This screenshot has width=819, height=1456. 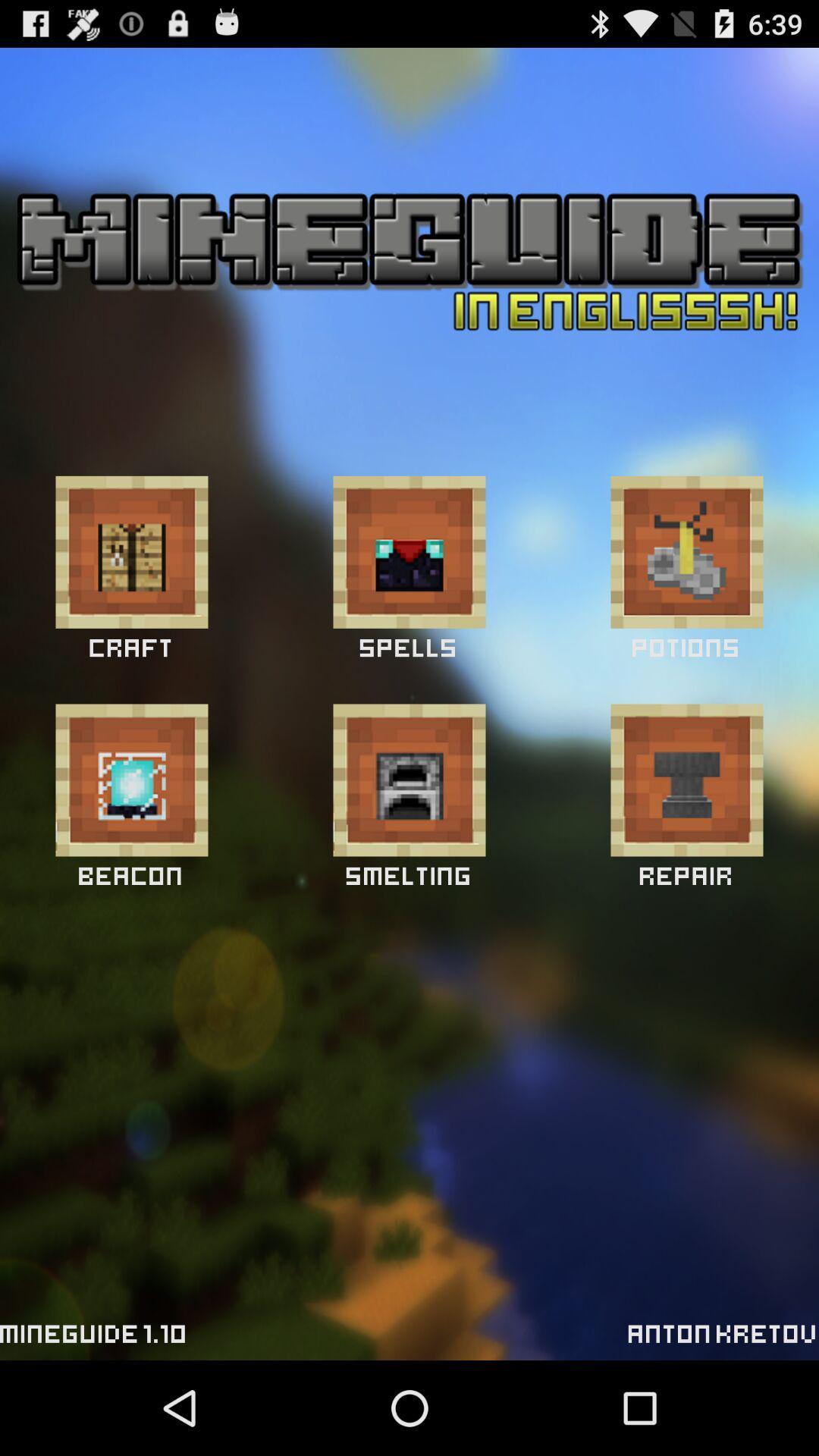 I want to click on repair information, so click(x=687, y=780).